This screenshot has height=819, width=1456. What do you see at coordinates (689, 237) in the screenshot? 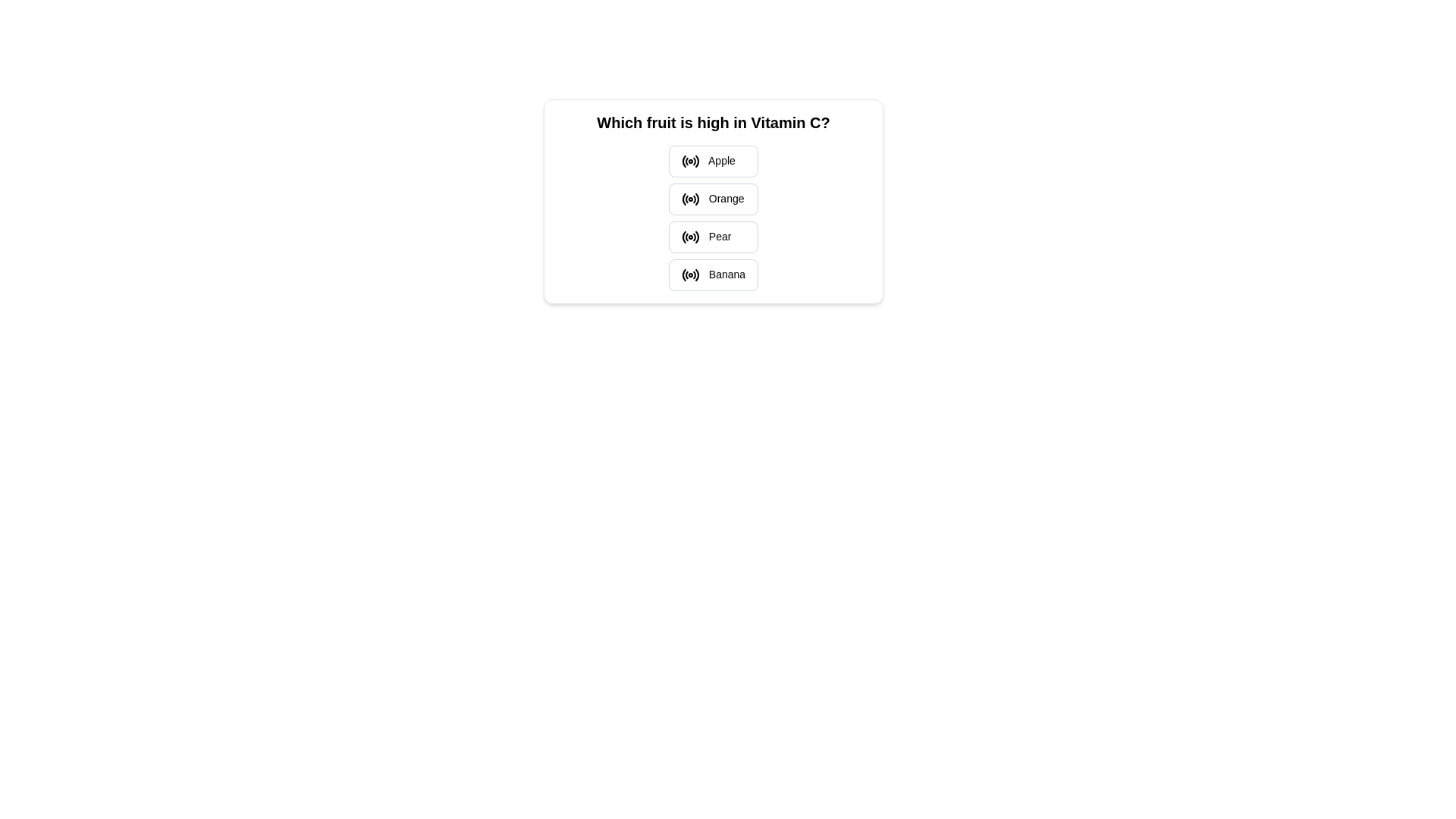
I see `the SVG graphic icon located to the immediate left of the text 'Pear' in the third option of a vertical list of selectable items` at bounding box center [689, 237].